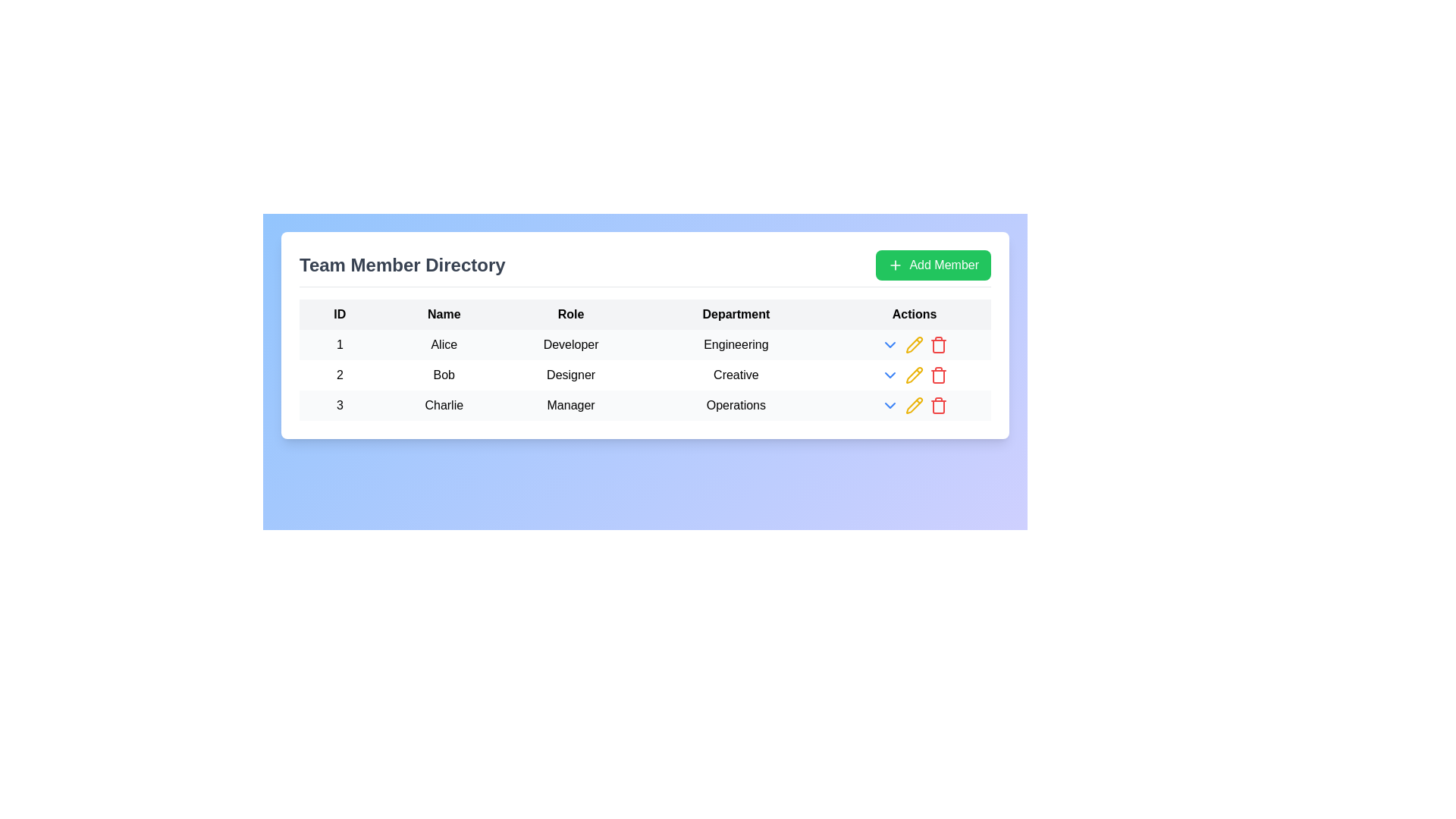  I want to click on the third row in the visible table that contains user information, located between the second row (Bob) and the empty area beneath the table, so click(645, 405).